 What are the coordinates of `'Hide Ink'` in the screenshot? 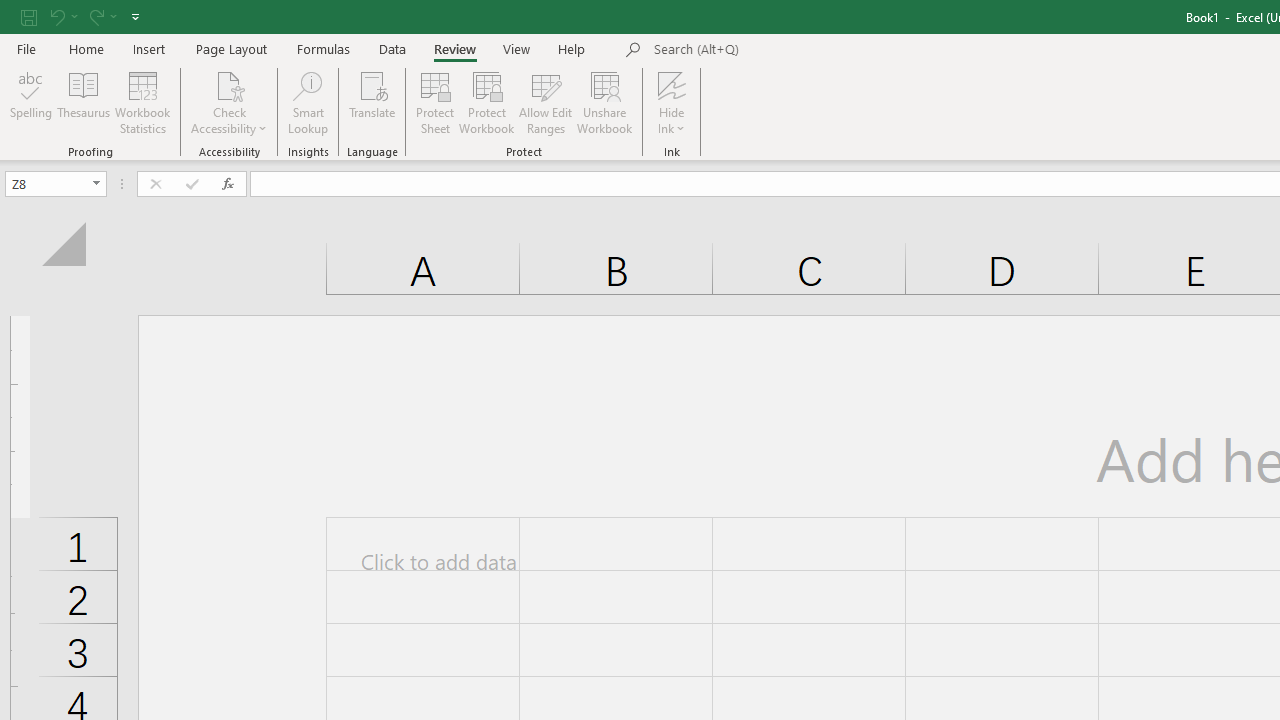 It's located at (672, 103).